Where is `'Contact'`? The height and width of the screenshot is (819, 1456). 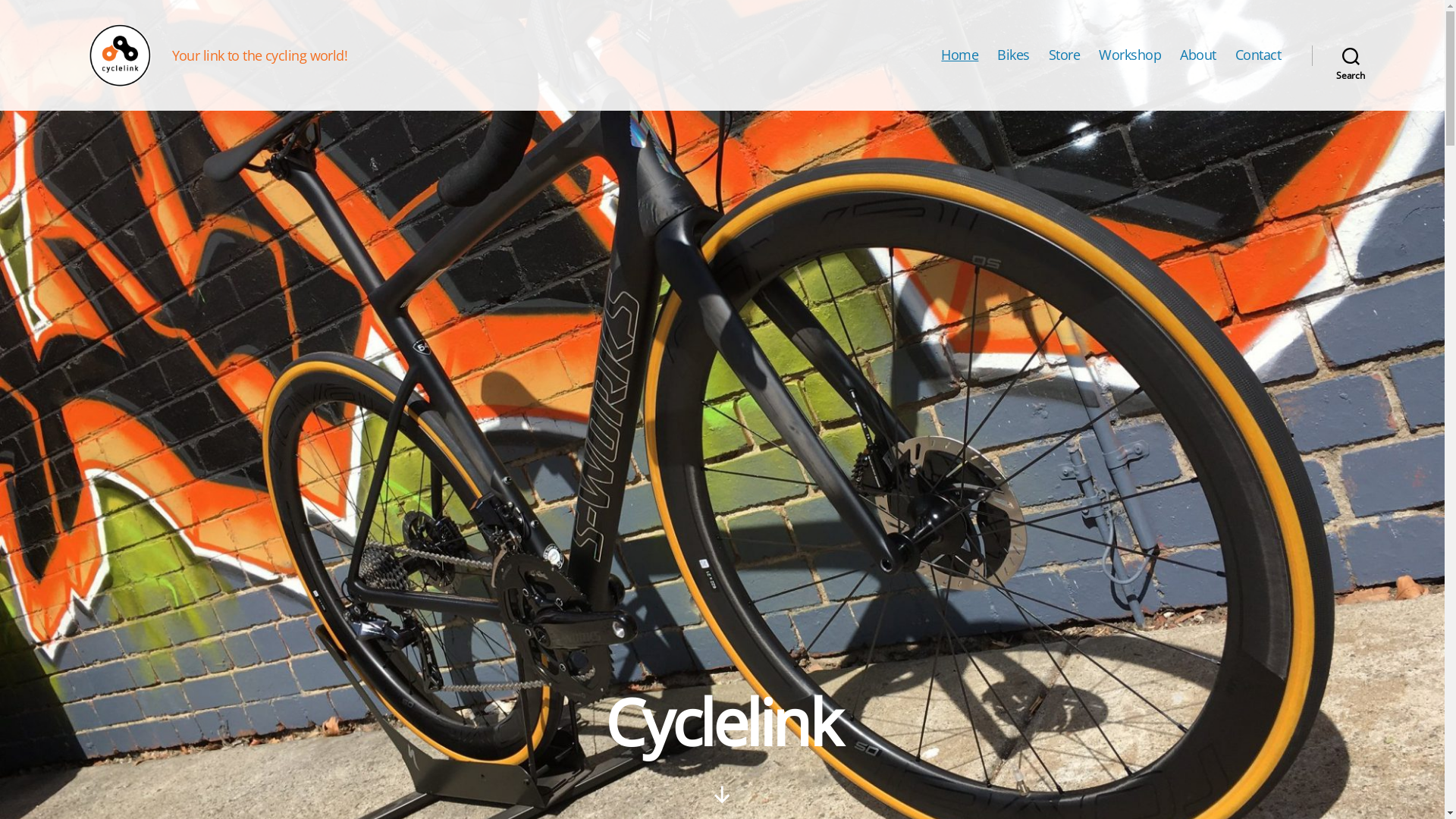
'Contact' is located at coordinates (1258, 55).